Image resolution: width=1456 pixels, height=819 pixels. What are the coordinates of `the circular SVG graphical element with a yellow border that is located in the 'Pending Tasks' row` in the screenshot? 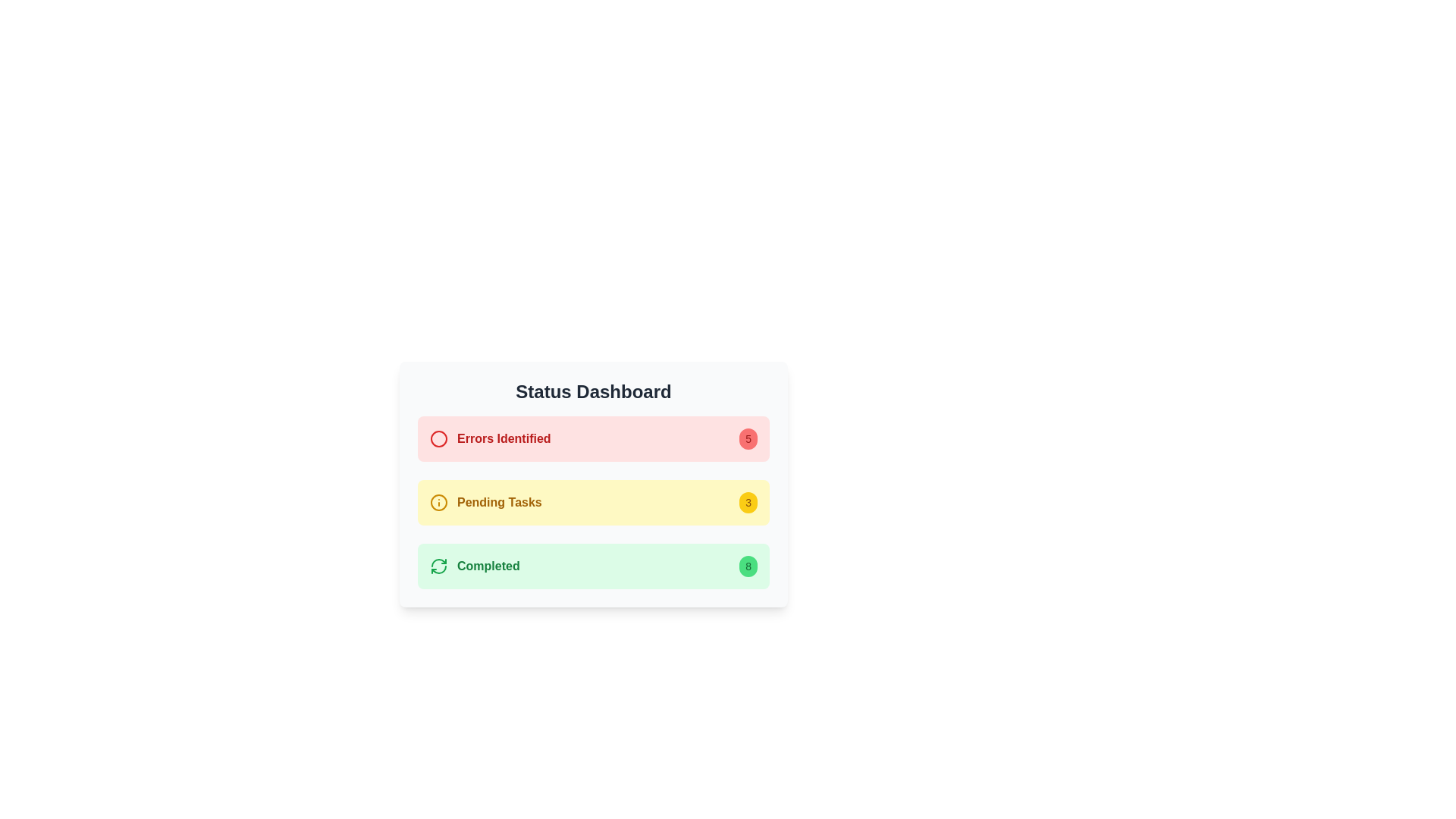 It's located at (438, 503).